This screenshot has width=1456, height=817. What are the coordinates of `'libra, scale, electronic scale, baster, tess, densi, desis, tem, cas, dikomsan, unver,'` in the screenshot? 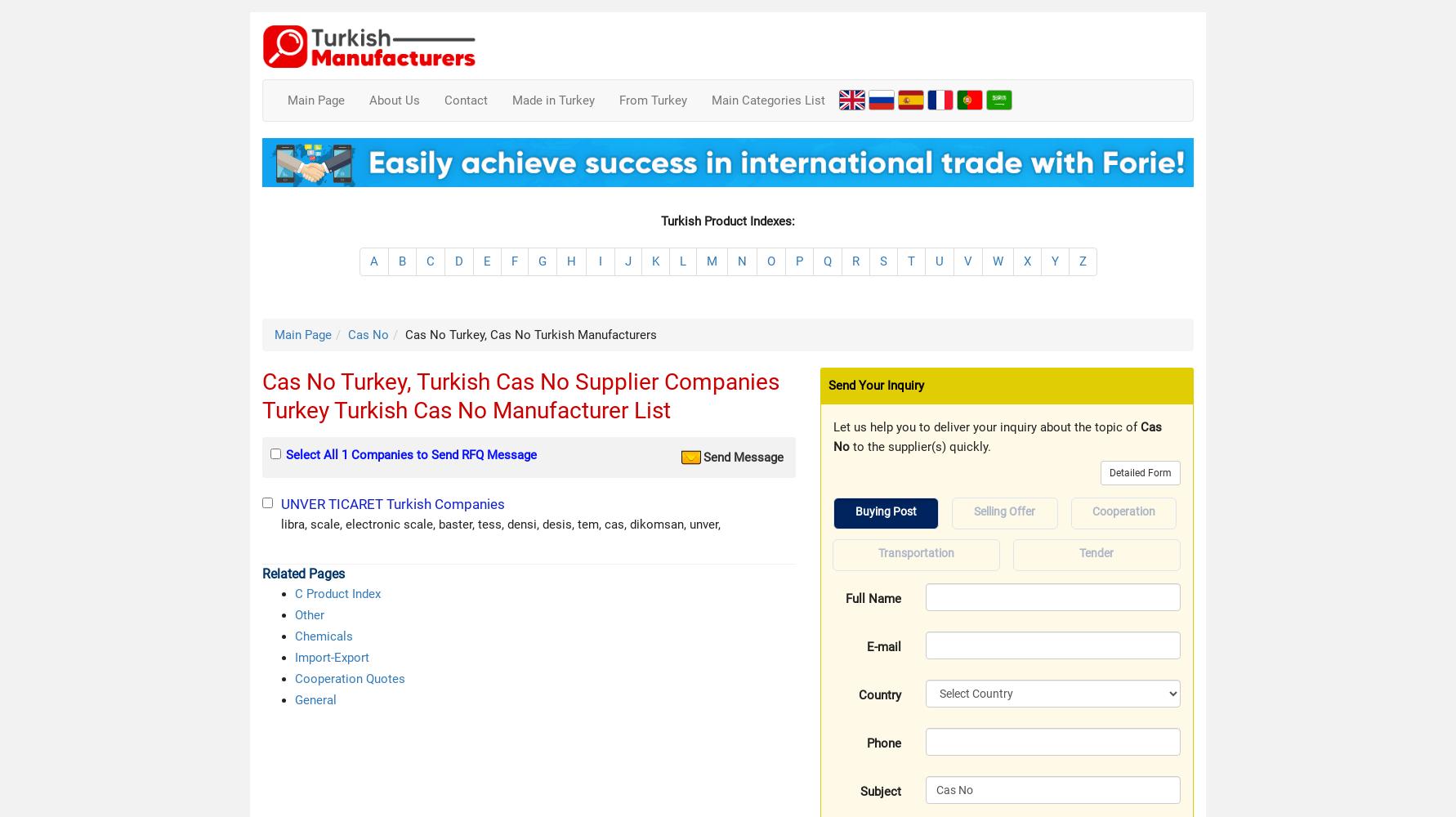 It's located at (501, 525).